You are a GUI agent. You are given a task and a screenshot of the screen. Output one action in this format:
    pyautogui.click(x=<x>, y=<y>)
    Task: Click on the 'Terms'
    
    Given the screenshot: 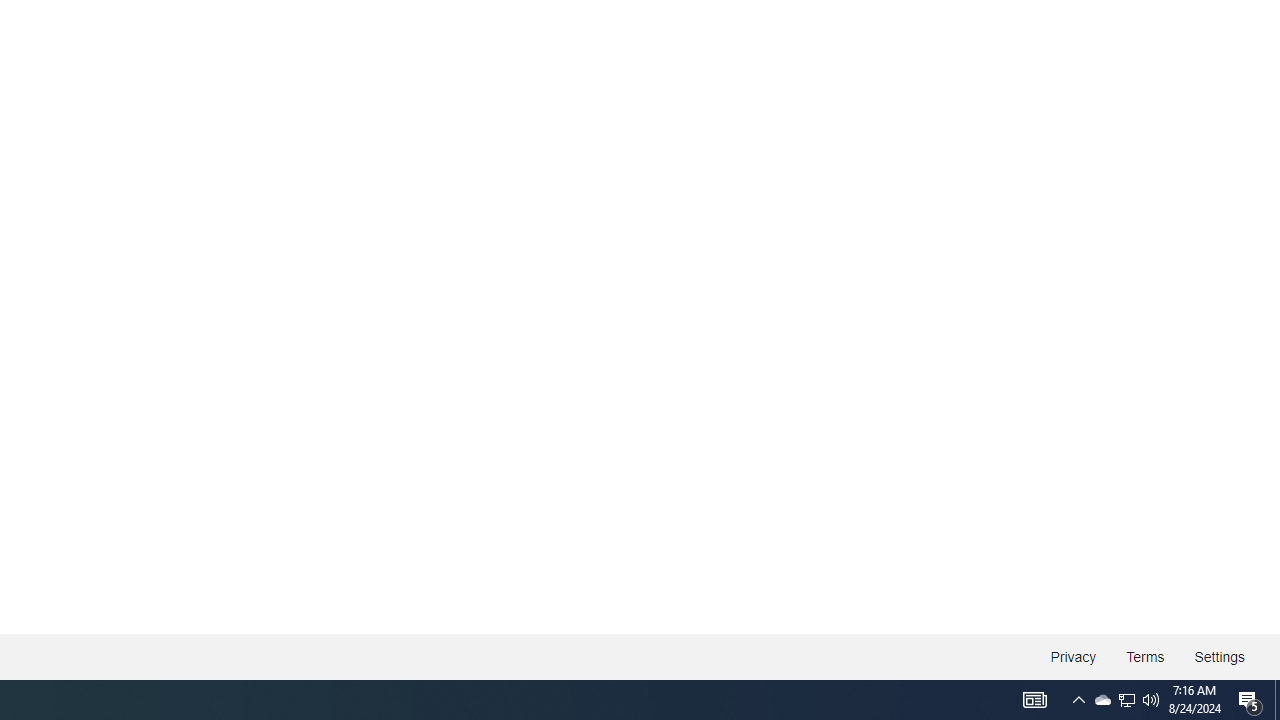 What is the action you would take?
    pyautogui.click(x=1145, y=657)
    